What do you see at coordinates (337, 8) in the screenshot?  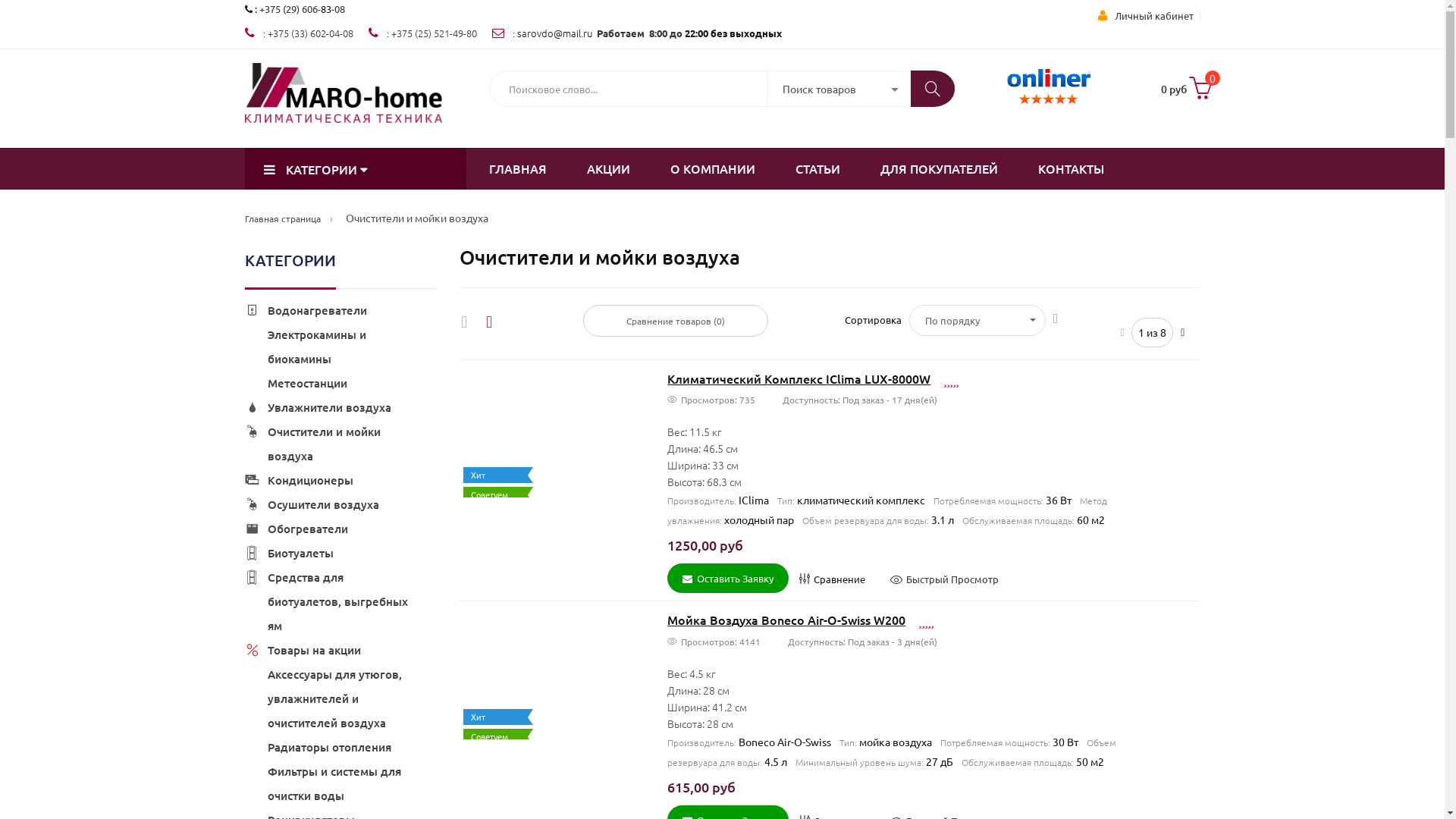 I see `'-08'` at bounding box center [337, 8].